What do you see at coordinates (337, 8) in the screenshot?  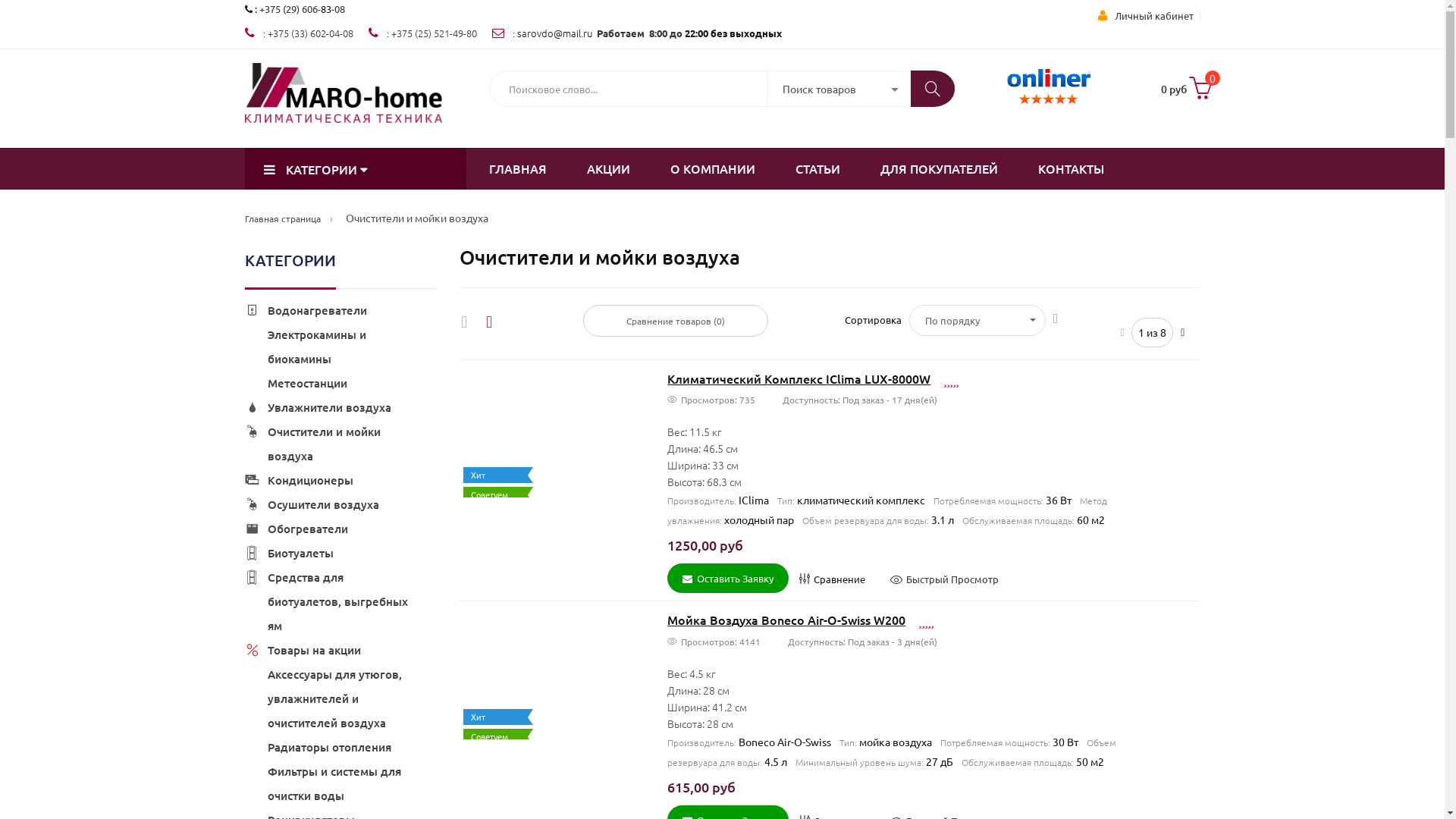 I see `'-08'` at bounding box center [337, 8].